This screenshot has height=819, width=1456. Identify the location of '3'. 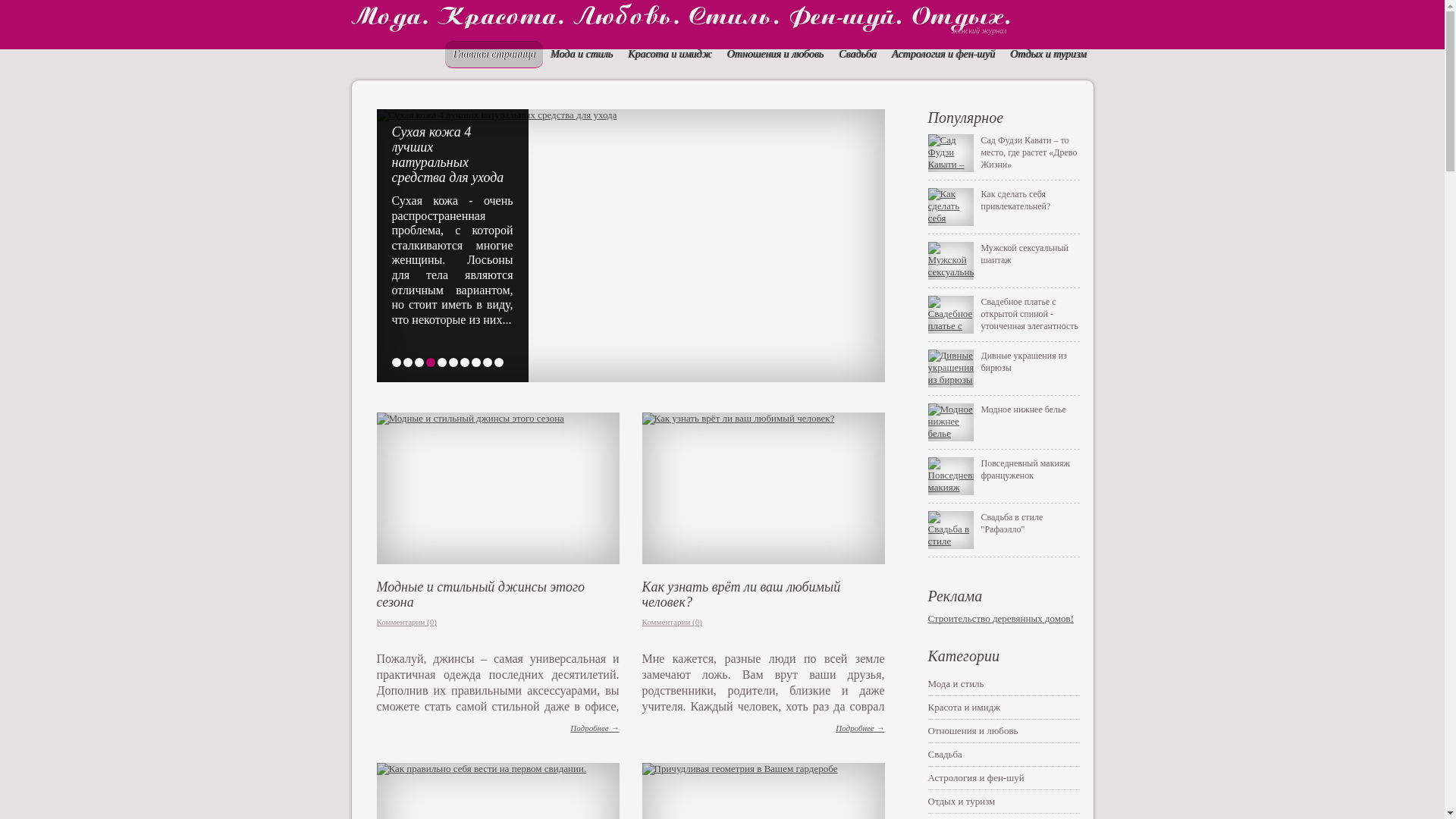
(414, 362).